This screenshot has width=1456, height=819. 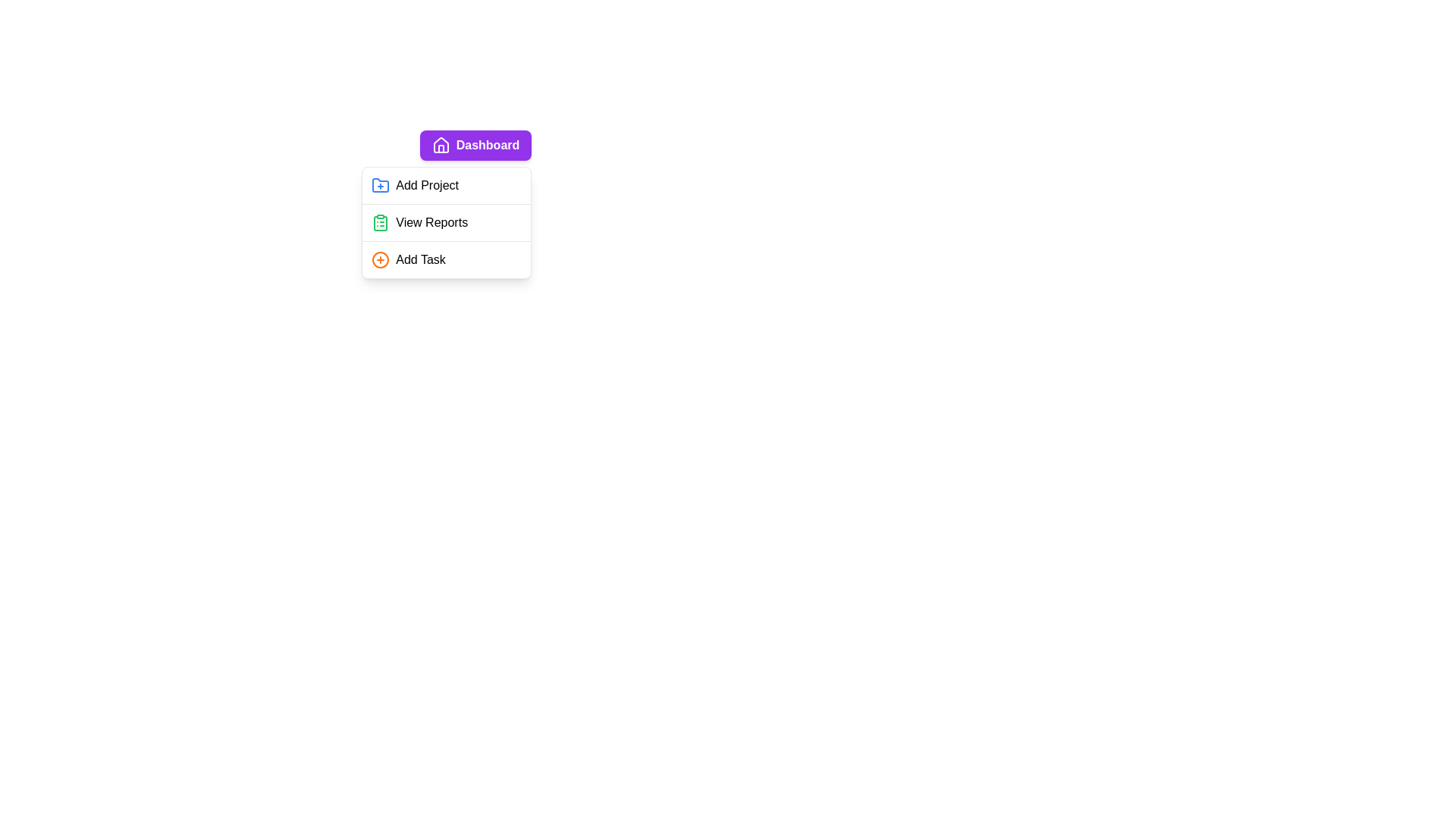 What do you see at coordinates (446, 223) in the screenshot?
I see `the 'View Reports' menu item` at bounding box center [446, 223].